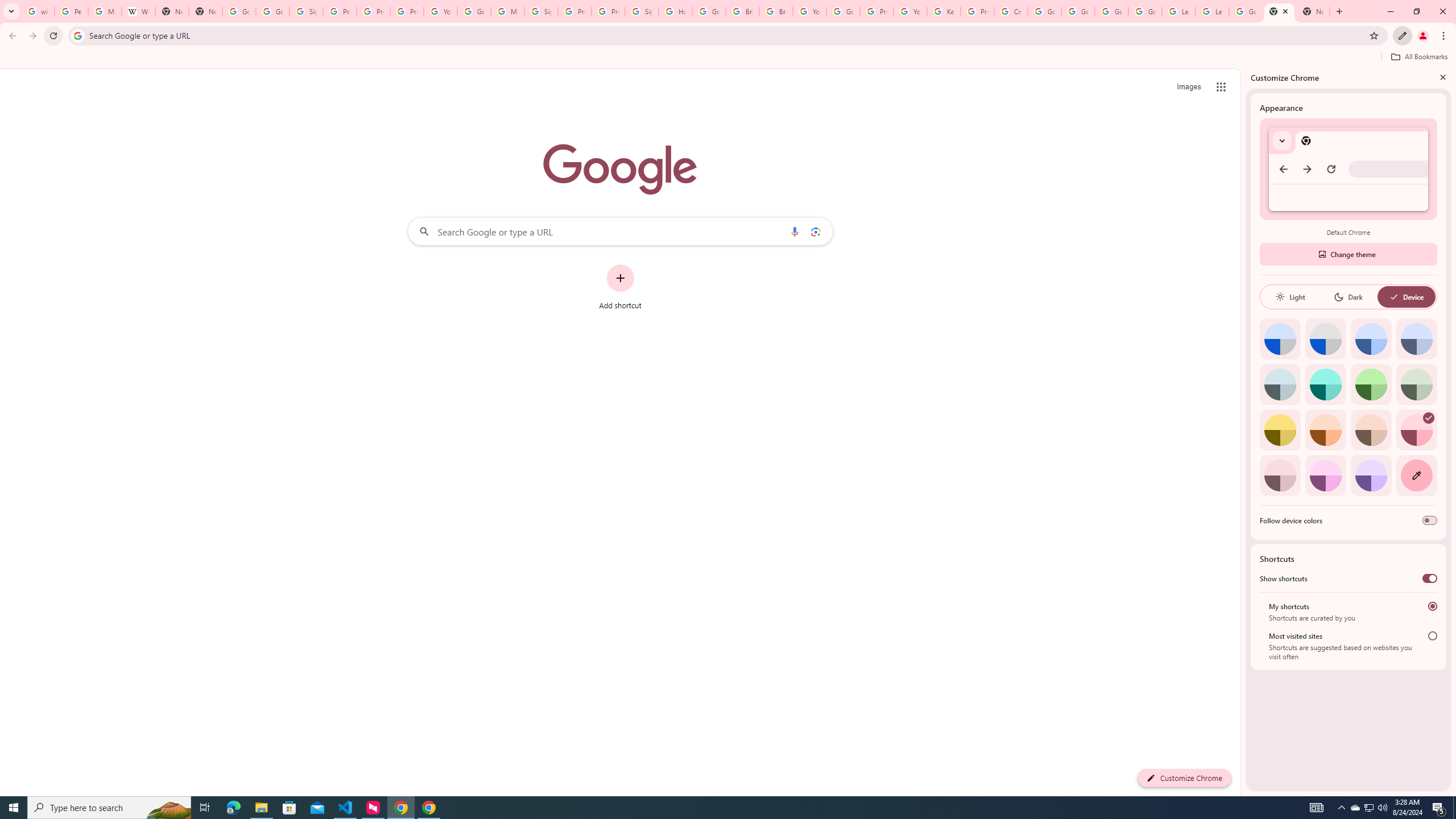  I want to click on 'AutomationID: baseSvg', so click(1393, 296).